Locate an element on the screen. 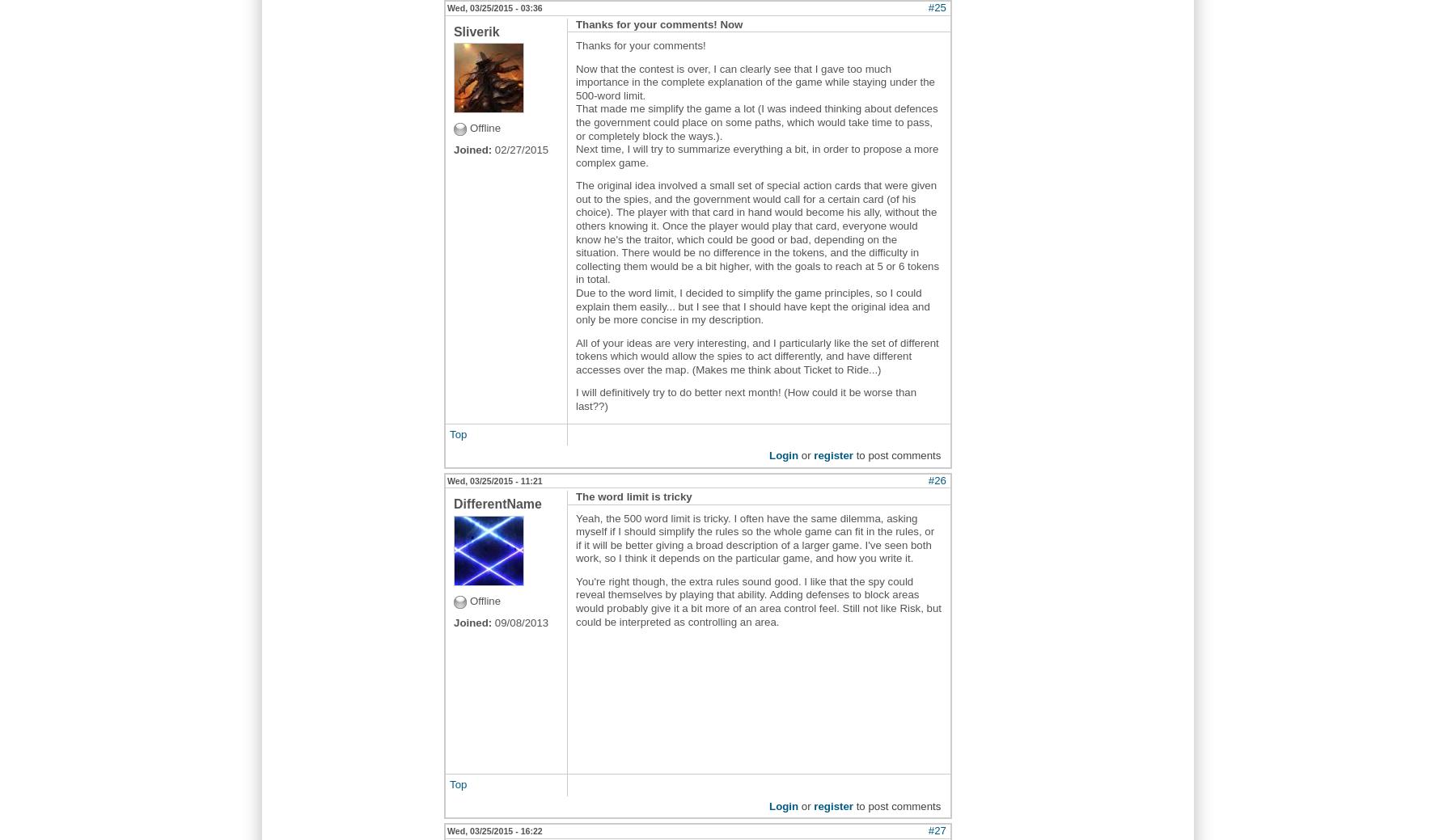 The width and height of the screenshot is (1456, 840). 'Now that the contest is over, I can clearly see that I gave too much importance in the complete explanation of the game while staying under the 500-word limit.' is located at coordinates (754, 80).